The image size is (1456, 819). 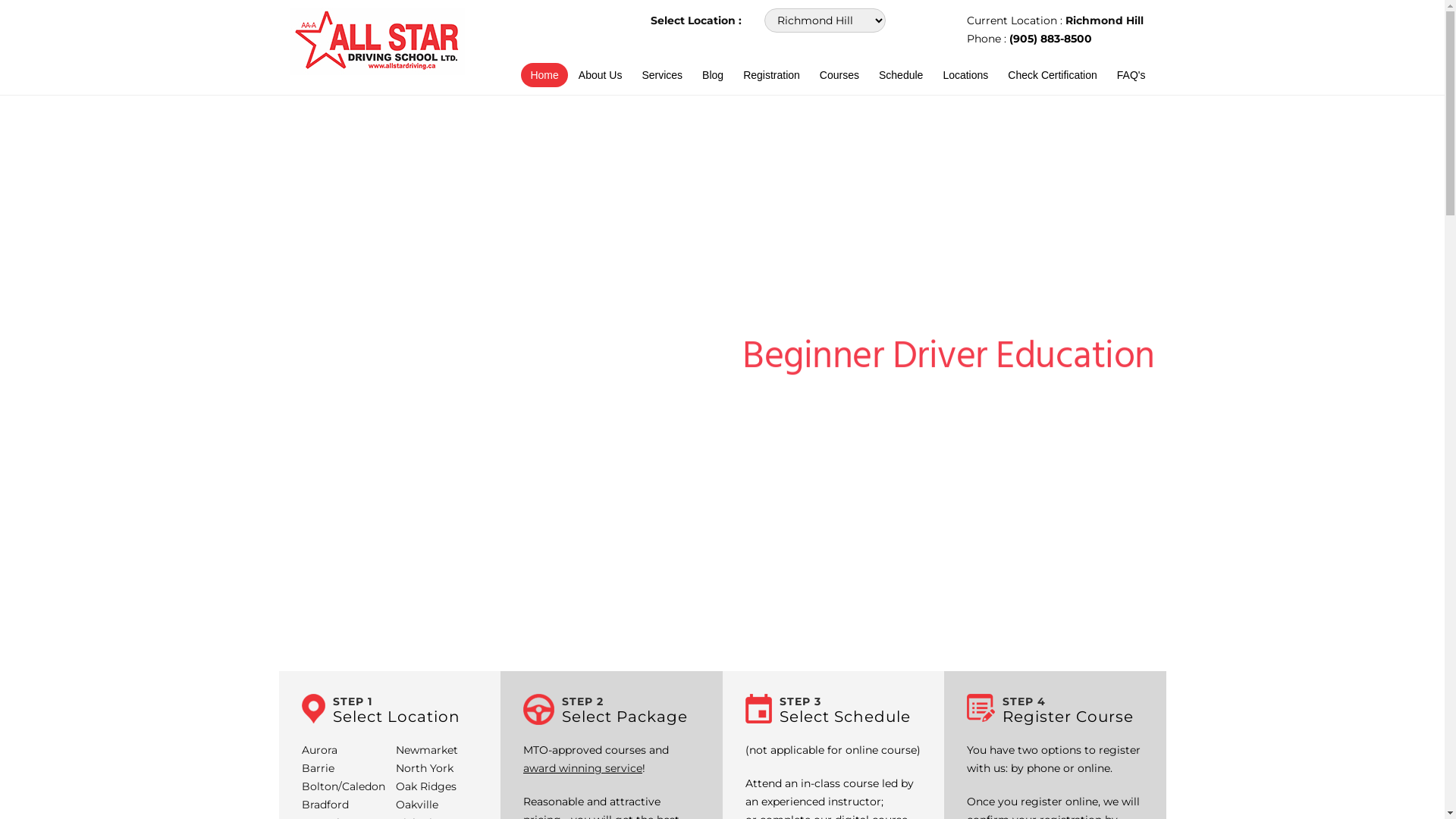 I want to click on 'FAQ's', so click(x=1107, y=75).